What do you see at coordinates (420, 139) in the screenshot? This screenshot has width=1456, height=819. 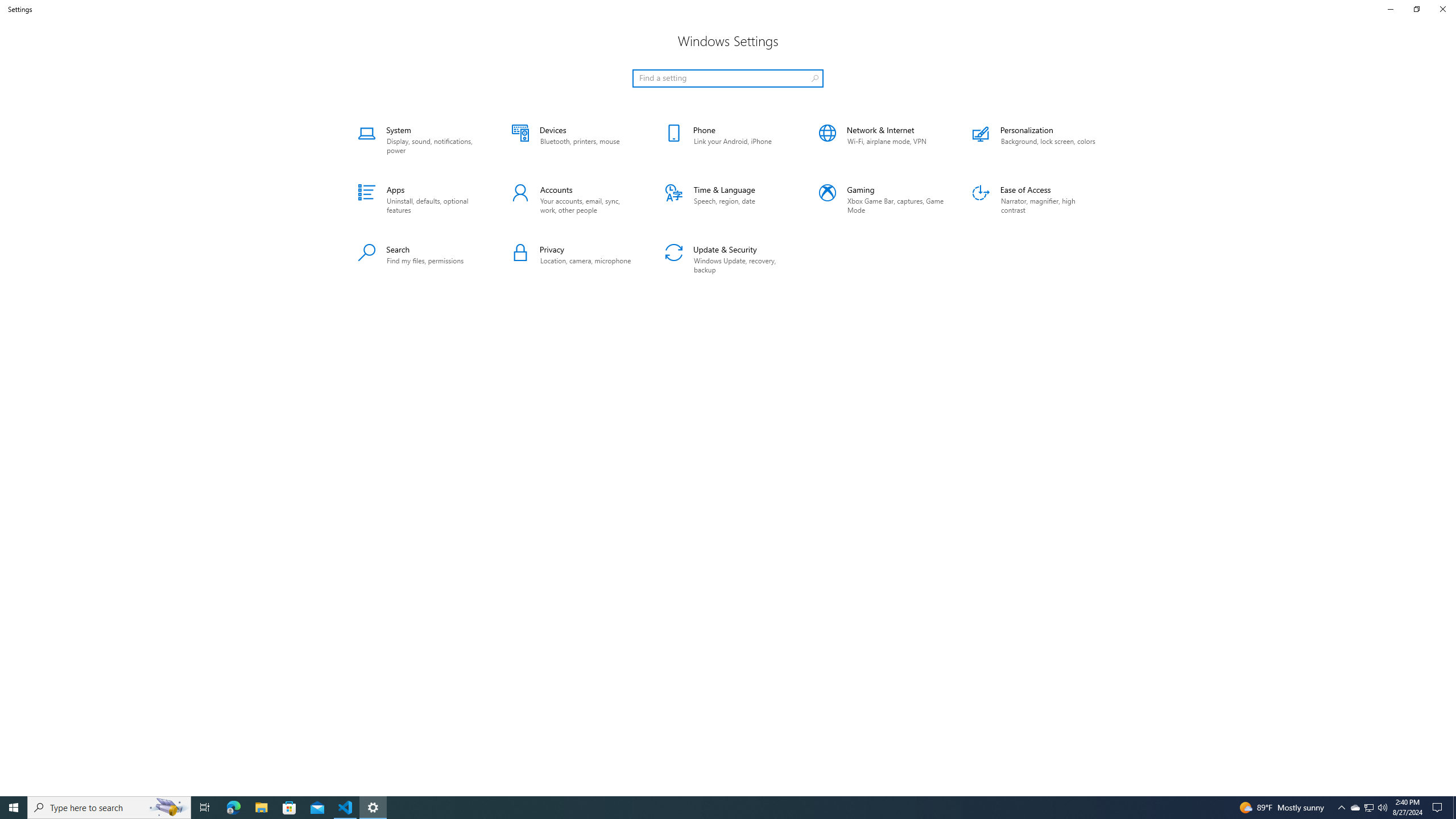 I see `'System'` at bounding box center [420, 139].